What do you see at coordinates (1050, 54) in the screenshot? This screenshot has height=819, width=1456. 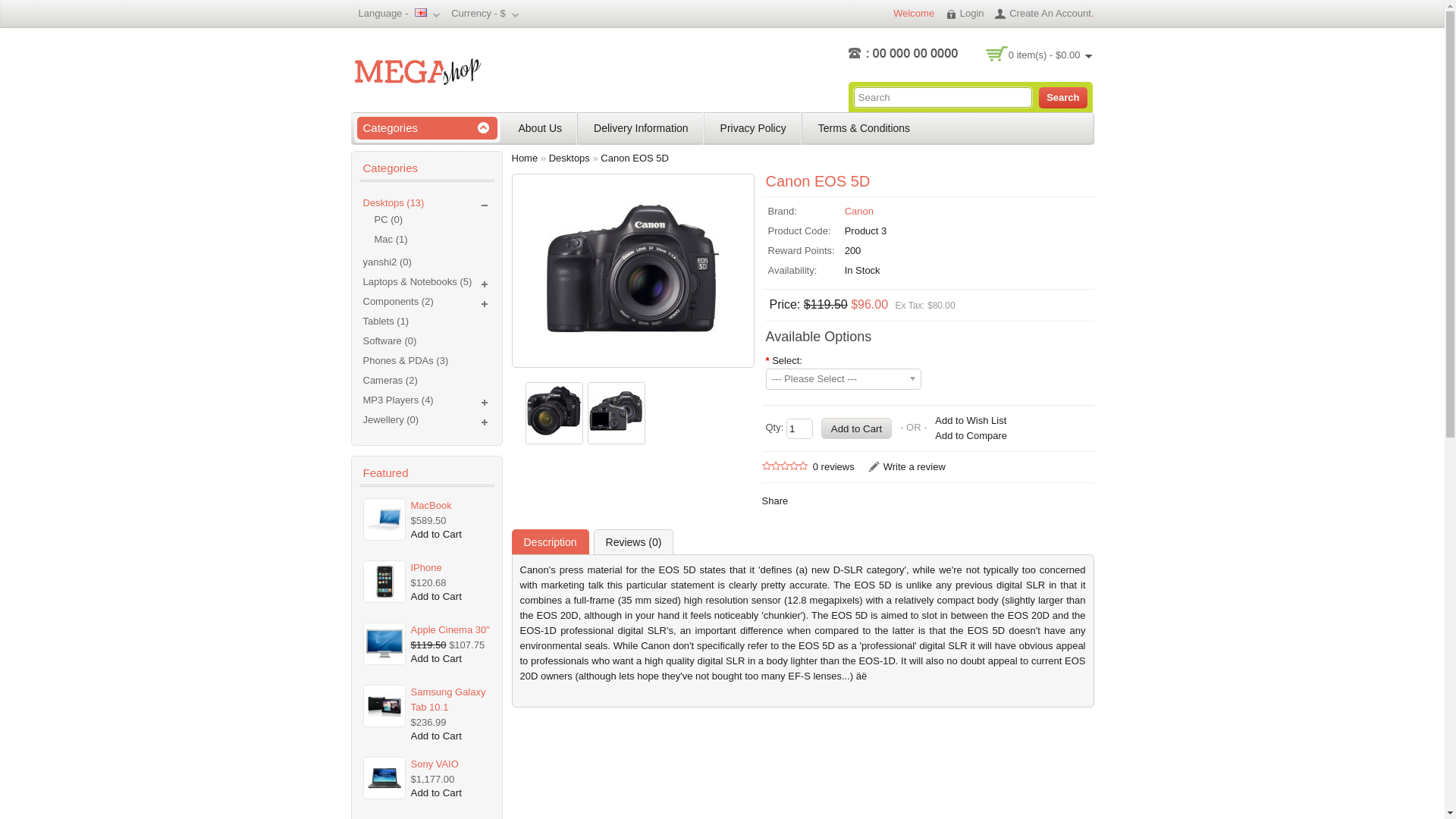 I see `'0 item(s) - $0.00'` at bounding box center [1050, 54].